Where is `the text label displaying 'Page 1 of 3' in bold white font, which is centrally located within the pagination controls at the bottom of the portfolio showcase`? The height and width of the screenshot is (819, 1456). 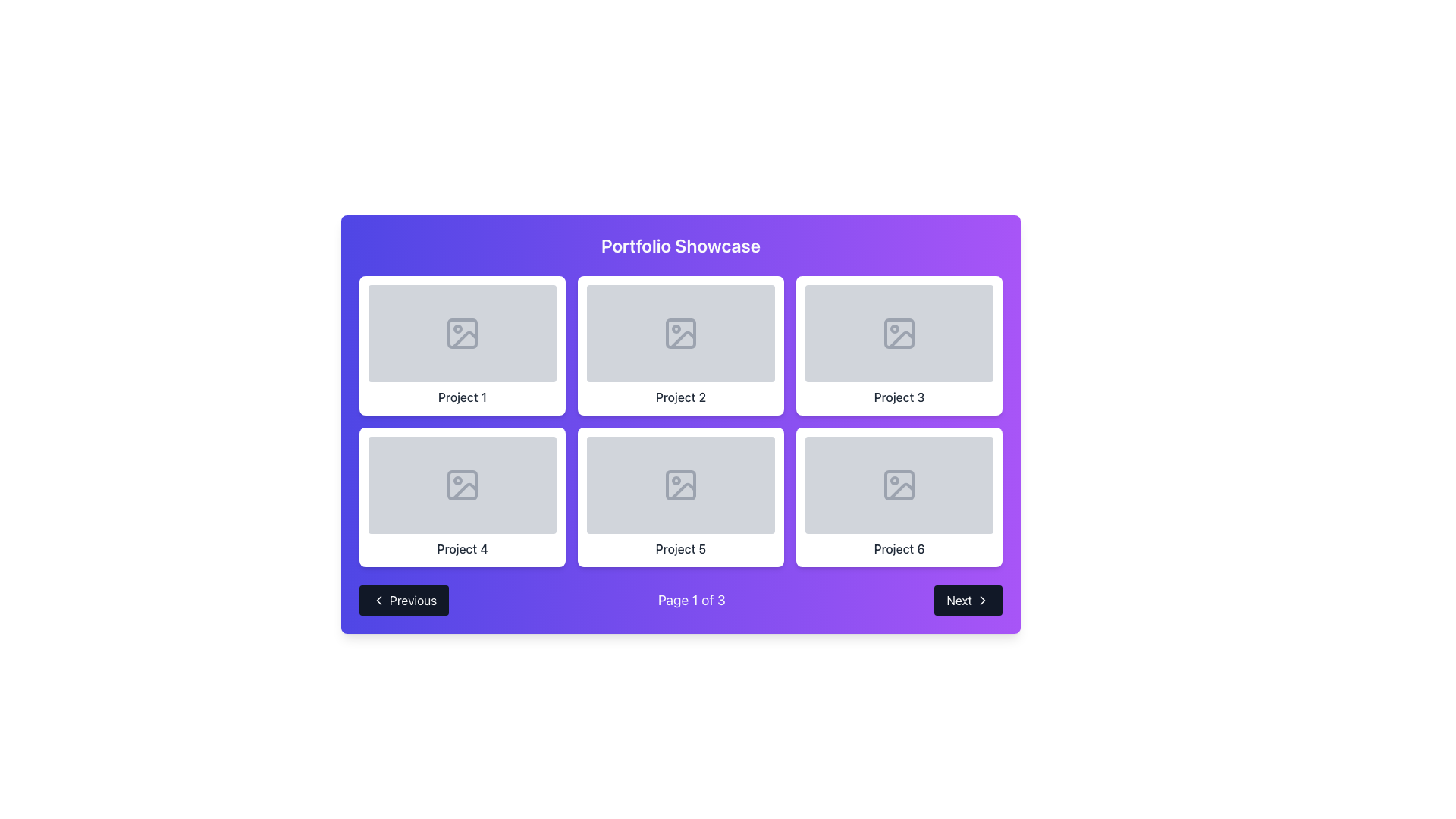
the text label displaying 'Page 1 of 3' in bold white font, which is centrally located within the pagination controls at the bottom of the portfolio showcase is located at coordinates (691, 599).